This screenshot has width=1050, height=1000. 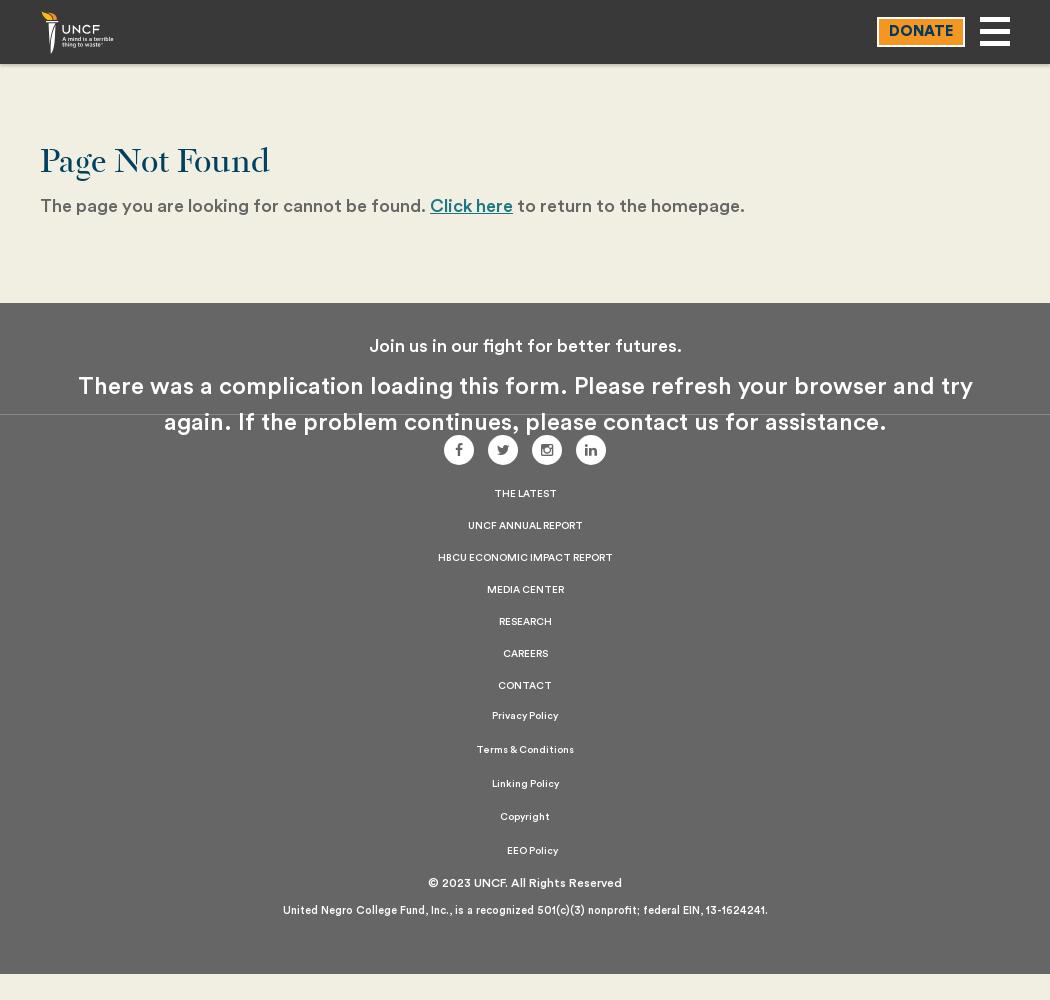 I want to click on 'Click here', so click(x=471, y=205).